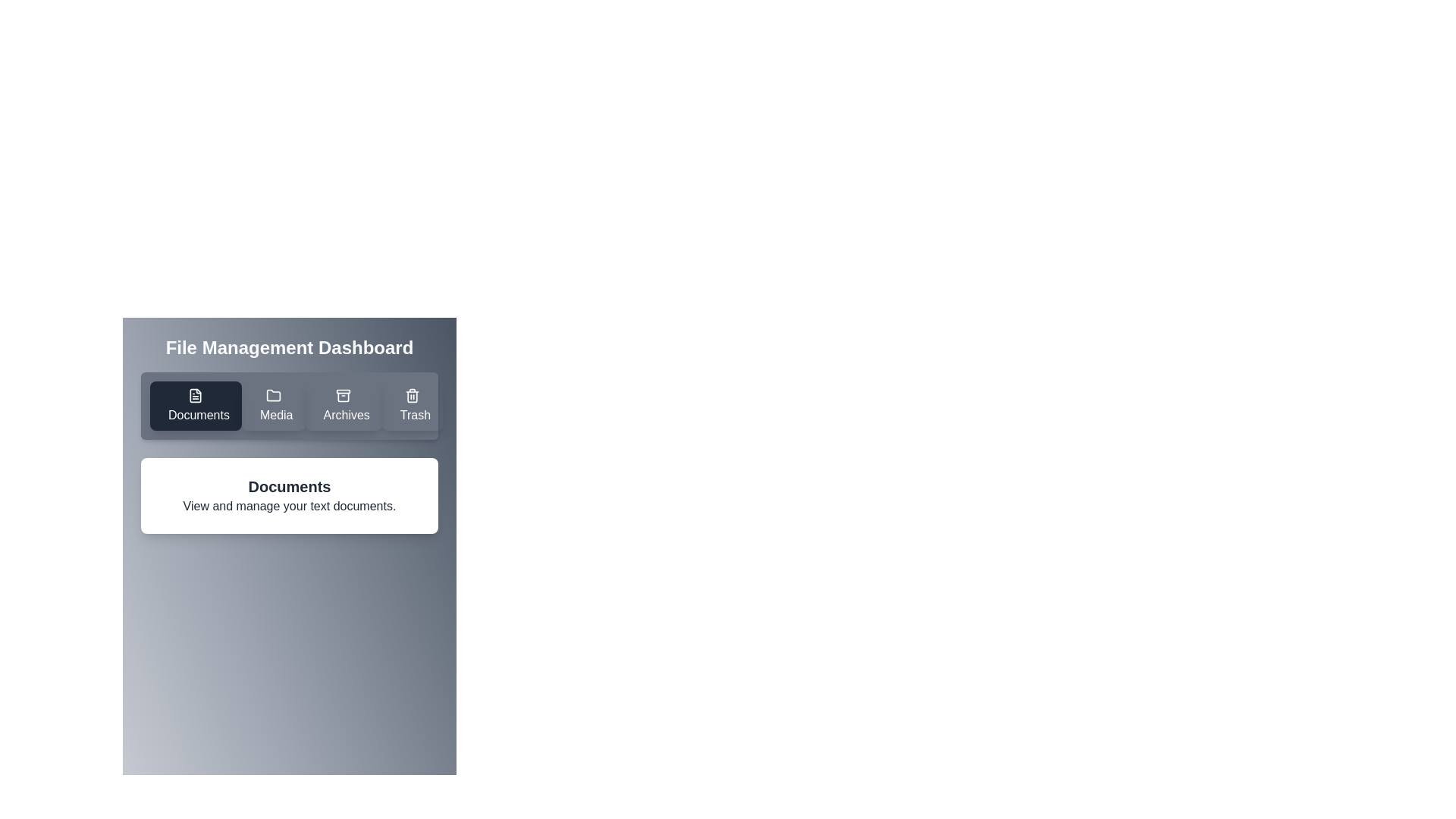 The width and height of the screenshot is (1456, 819). Describe the element at coordinates (342, 405) in the screenshot. I see `the Archives tab by clicking on its button` at that location.